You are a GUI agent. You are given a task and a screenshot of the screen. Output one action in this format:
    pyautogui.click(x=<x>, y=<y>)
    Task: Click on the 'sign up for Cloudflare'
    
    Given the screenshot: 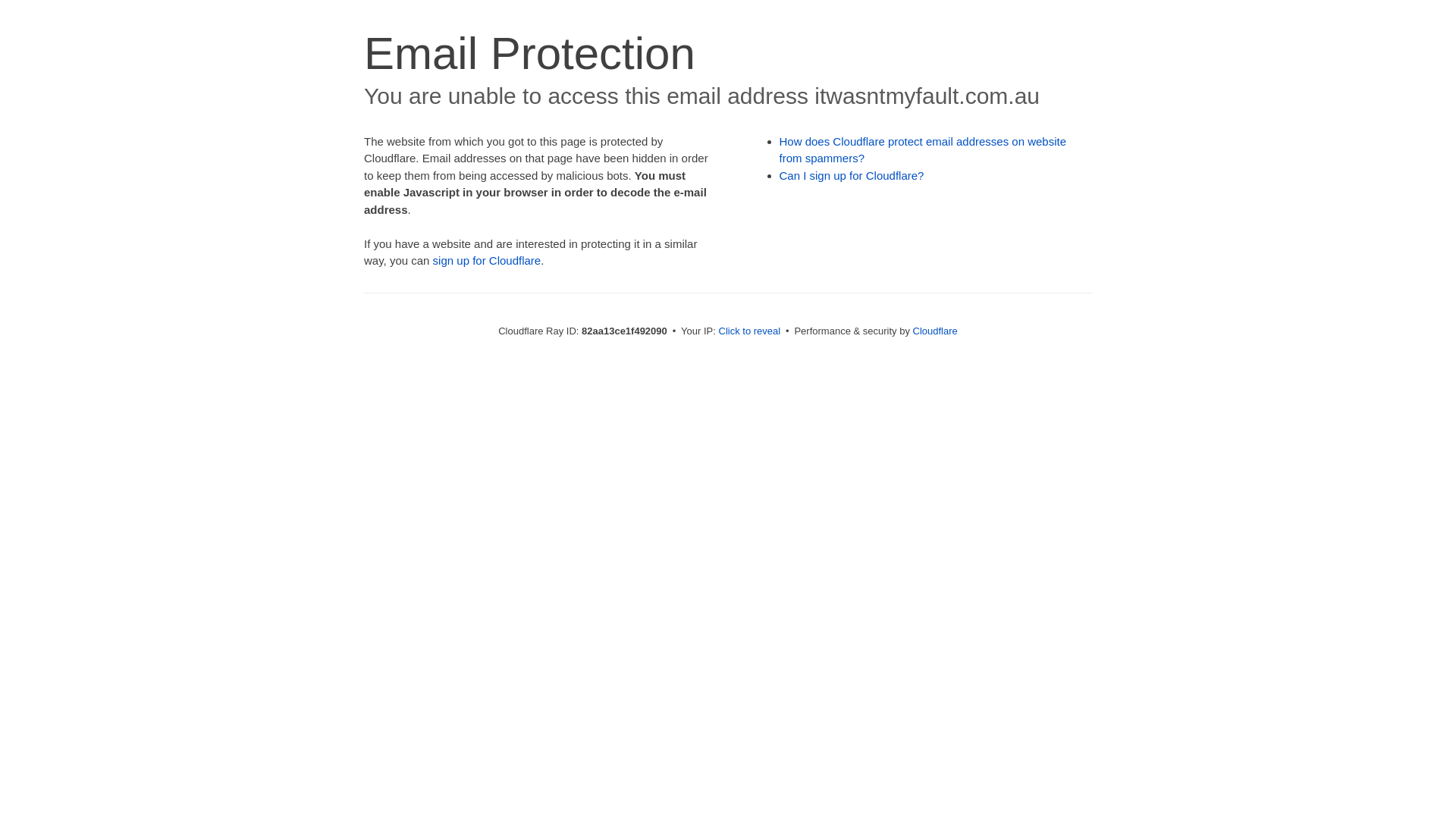 What is the action you would take?
    pyautogui.click(x=487, y=259)
    